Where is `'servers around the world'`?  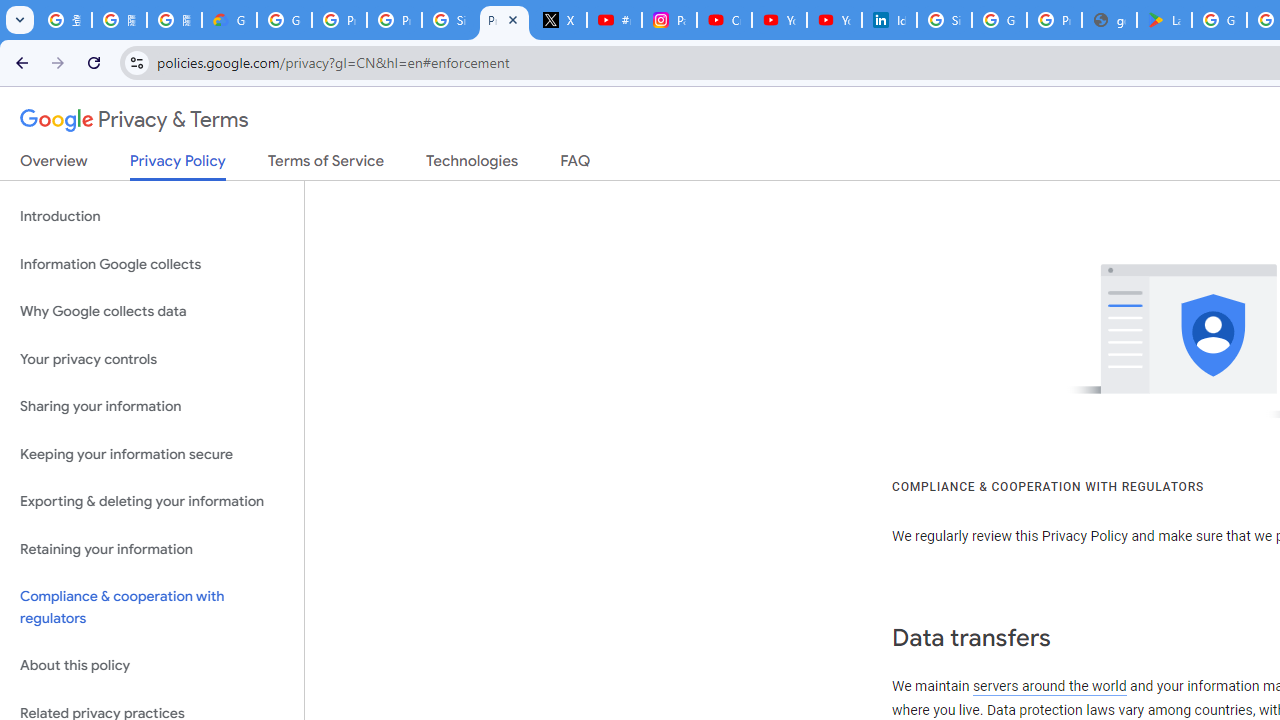
'servers around the world' is located at coordinates (1047, 685).